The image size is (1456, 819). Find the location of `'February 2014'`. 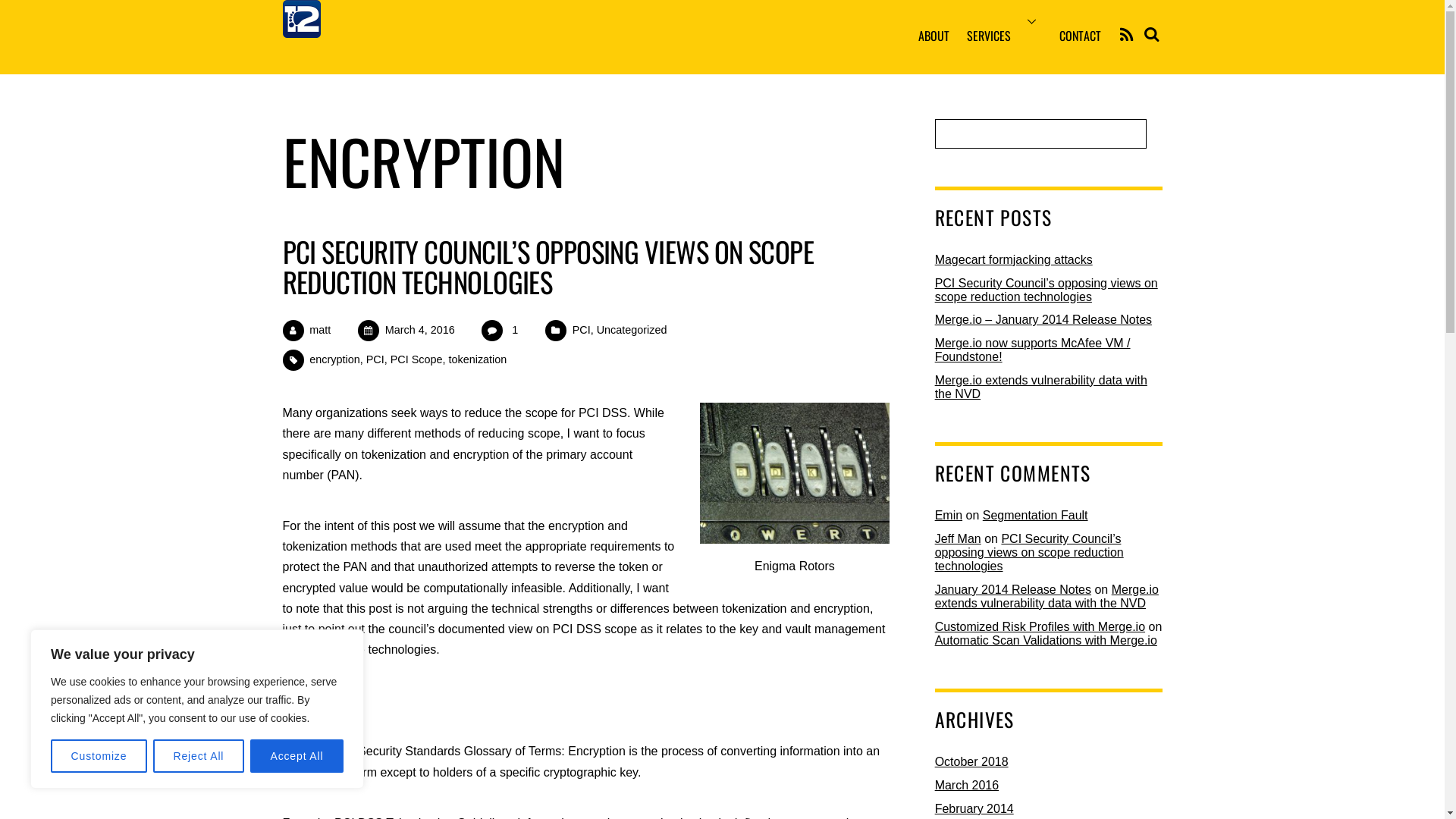

'February 2014' is located at coordinates (934, 808).